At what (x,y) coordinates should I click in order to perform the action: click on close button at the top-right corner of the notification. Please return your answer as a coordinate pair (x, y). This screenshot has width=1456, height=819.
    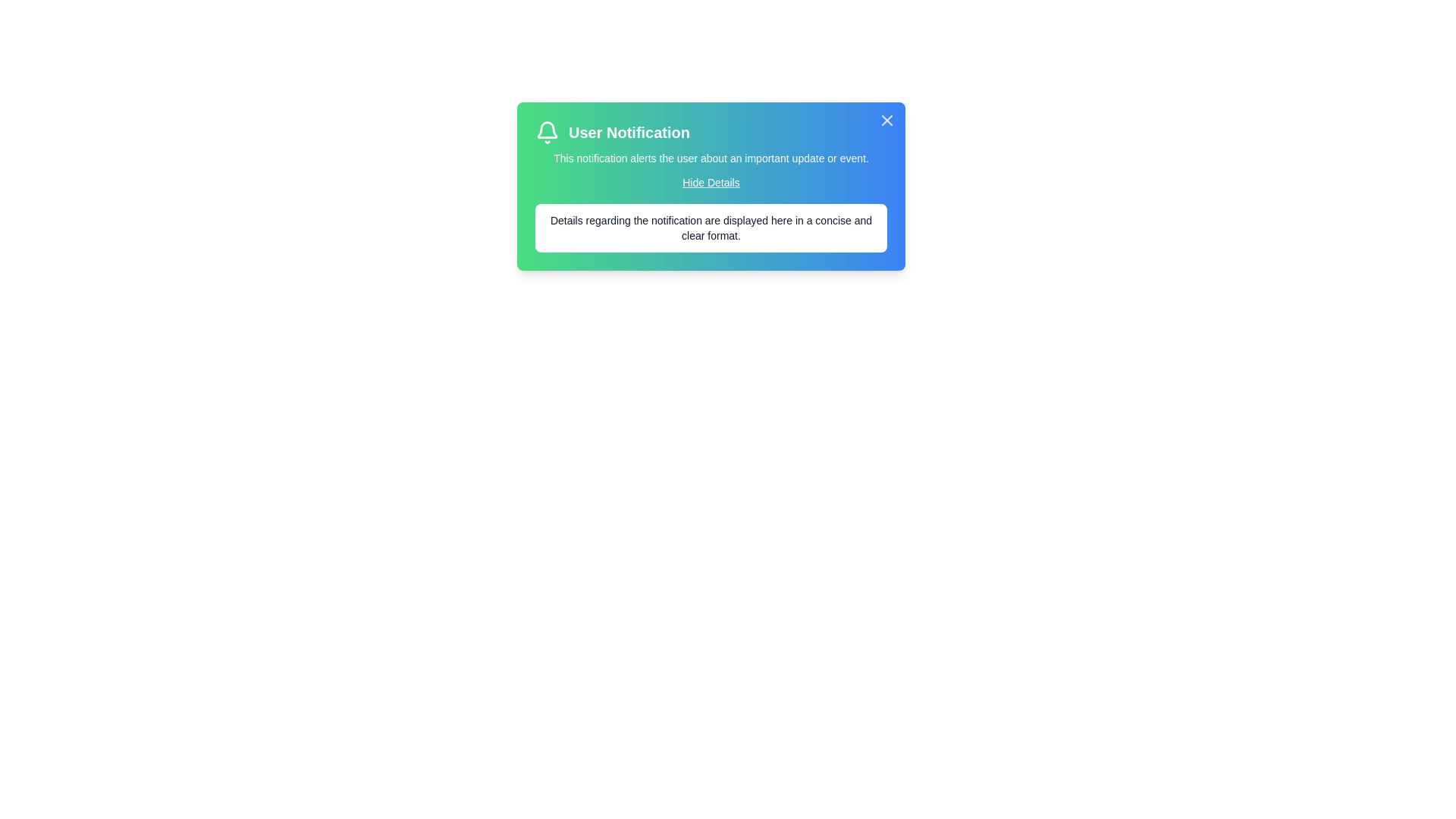
    Looking at the image, I should click on (887, 119).